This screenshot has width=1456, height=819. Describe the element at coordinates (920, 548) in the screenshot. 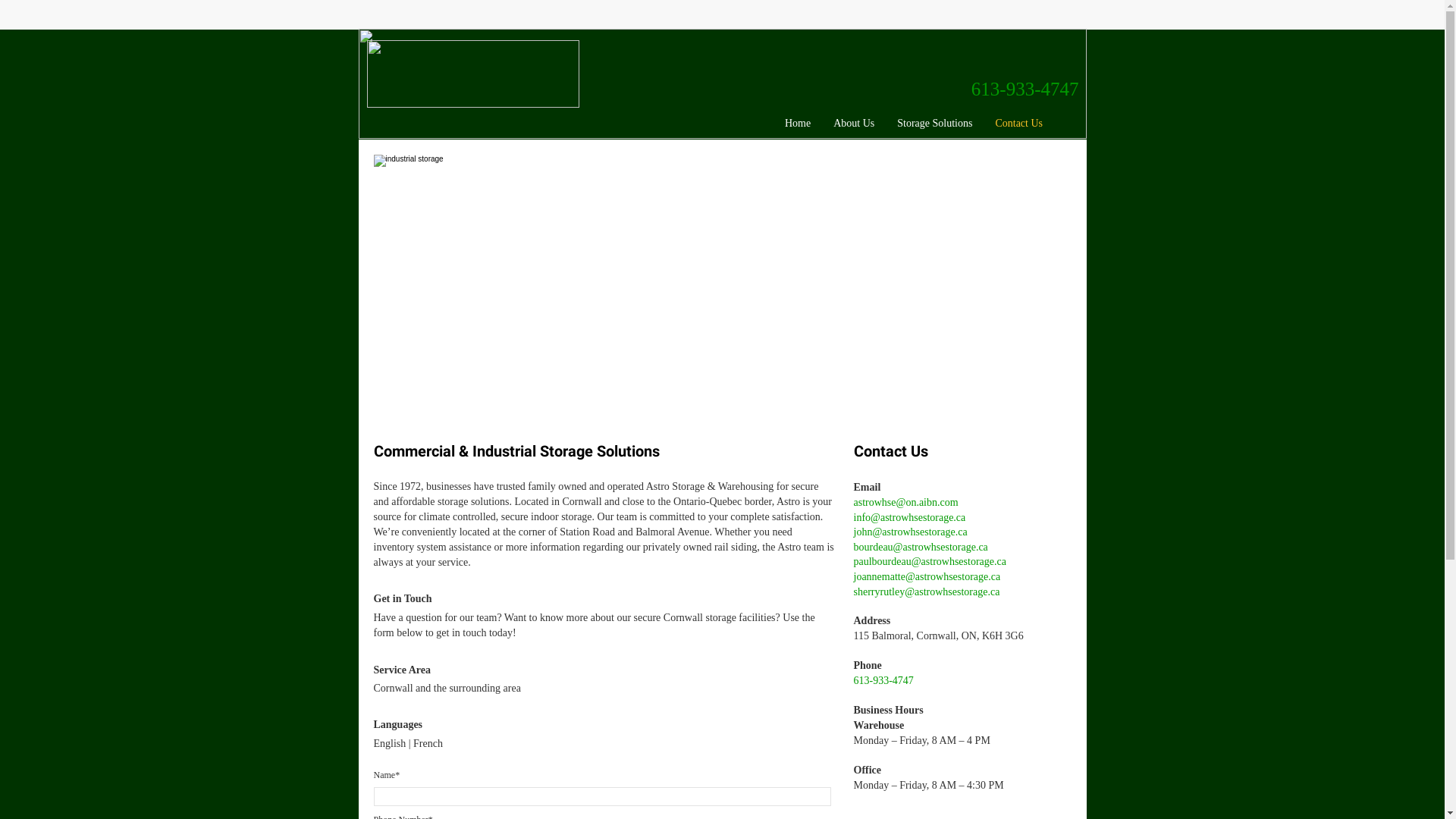

I see `'bourdeau@astrowhsestorage.ca'` at that location.